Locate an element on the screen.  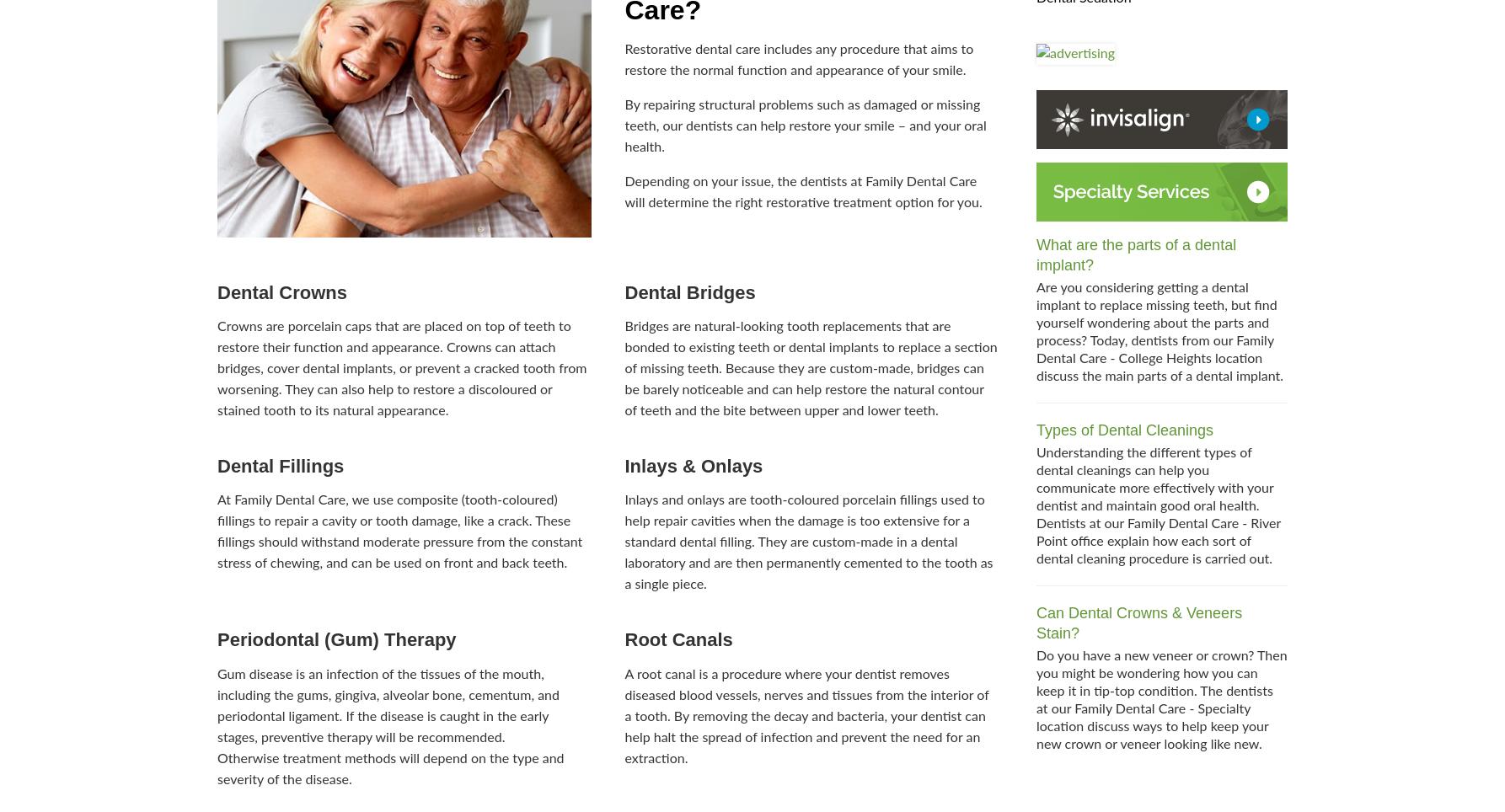
'Do you have a new veneer or crown? Then you might be wondering how you can keep it in tip-top condition. The dentists at our Family Dental Care - Specialty location discuss ways to help keep your new crown or veneer looking like new.' is located at coordinates (1036, 699).